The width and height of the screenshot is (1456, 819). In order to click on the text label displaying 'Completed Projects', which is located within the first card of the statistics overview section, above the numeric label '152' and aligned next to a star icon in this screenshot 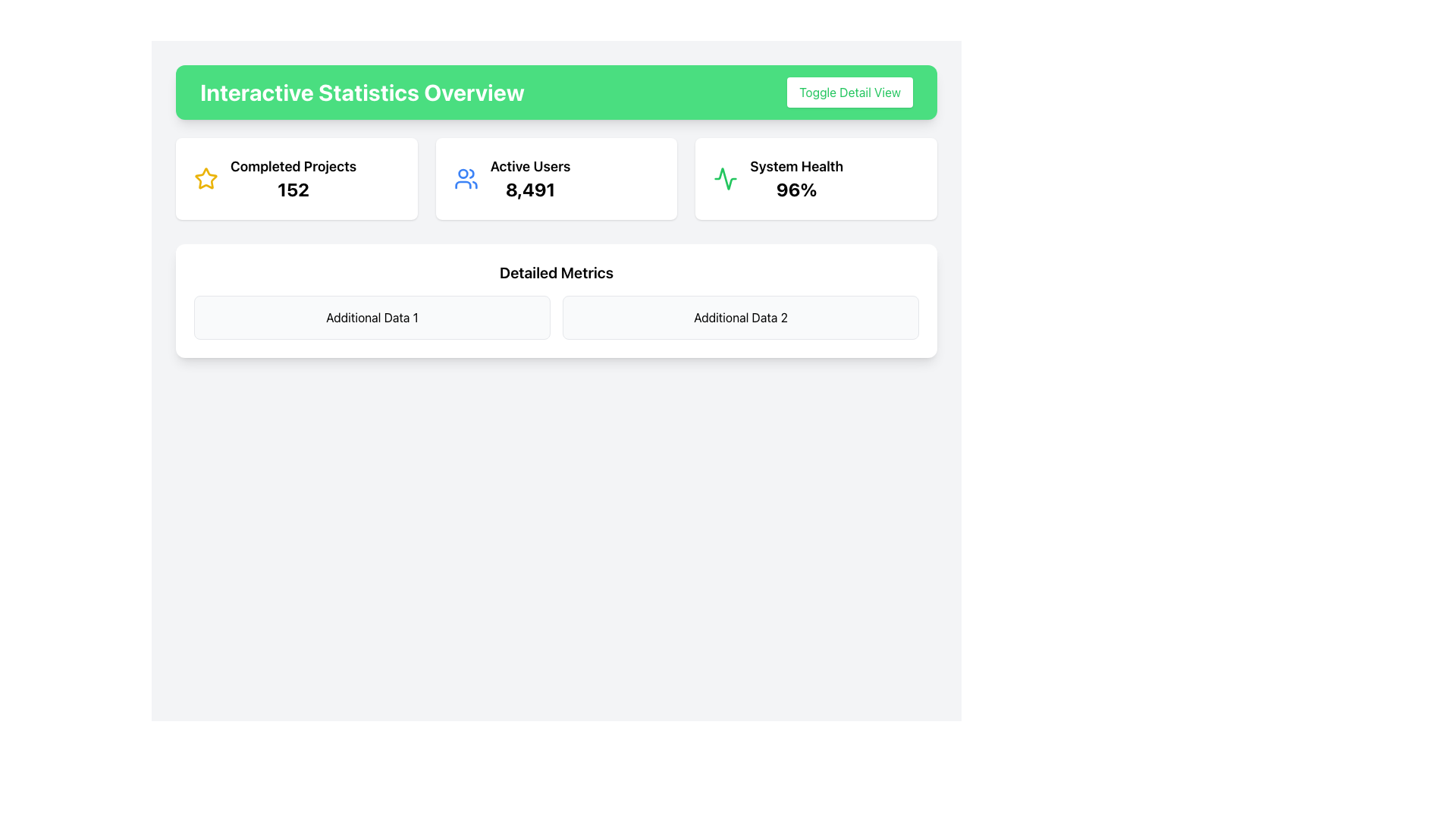, I will do `click(293, 166)`.